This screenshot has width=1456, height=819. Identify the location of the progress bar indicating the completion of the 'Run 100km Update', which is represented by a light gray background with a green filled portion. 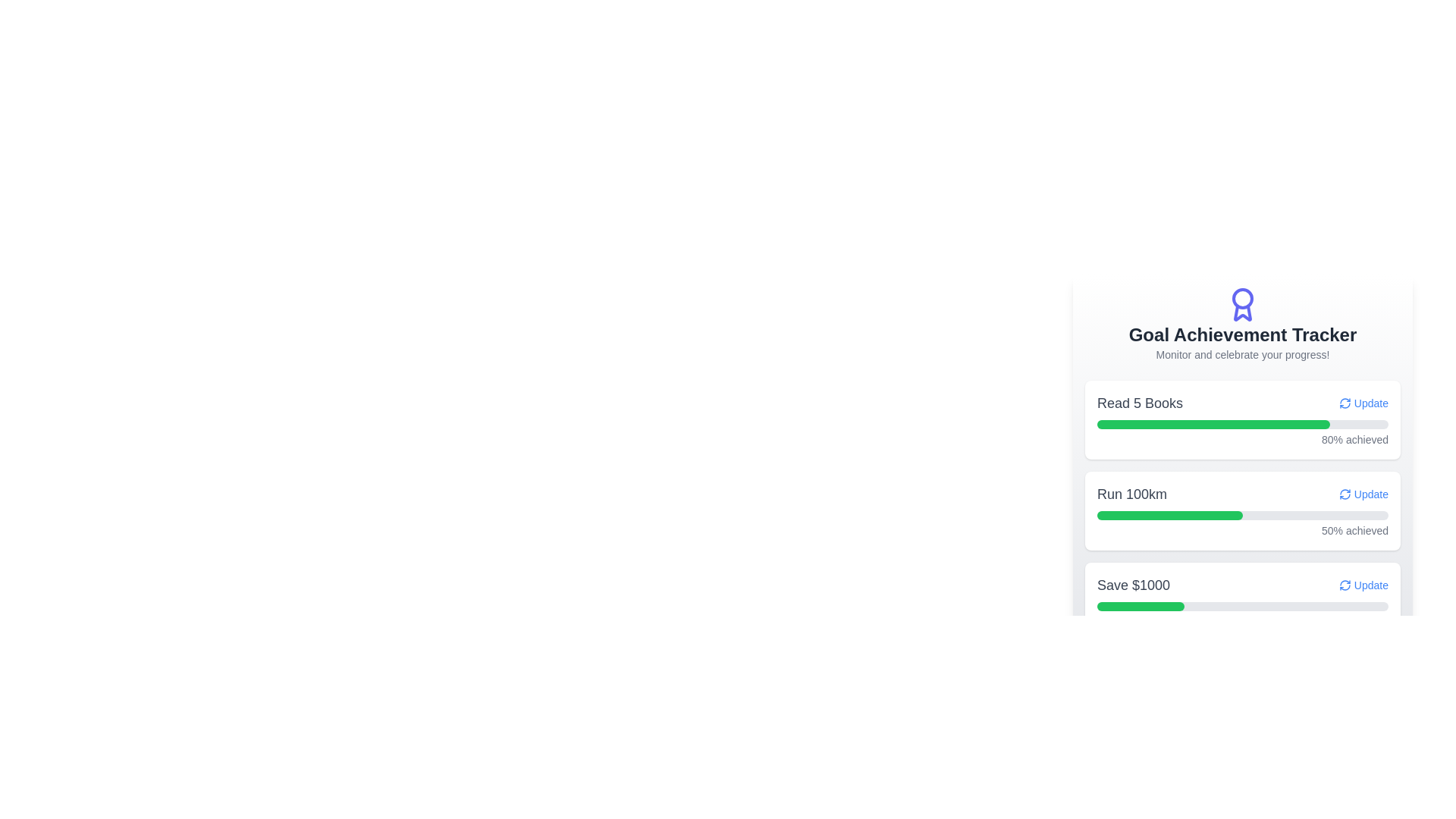
(1242, 514).